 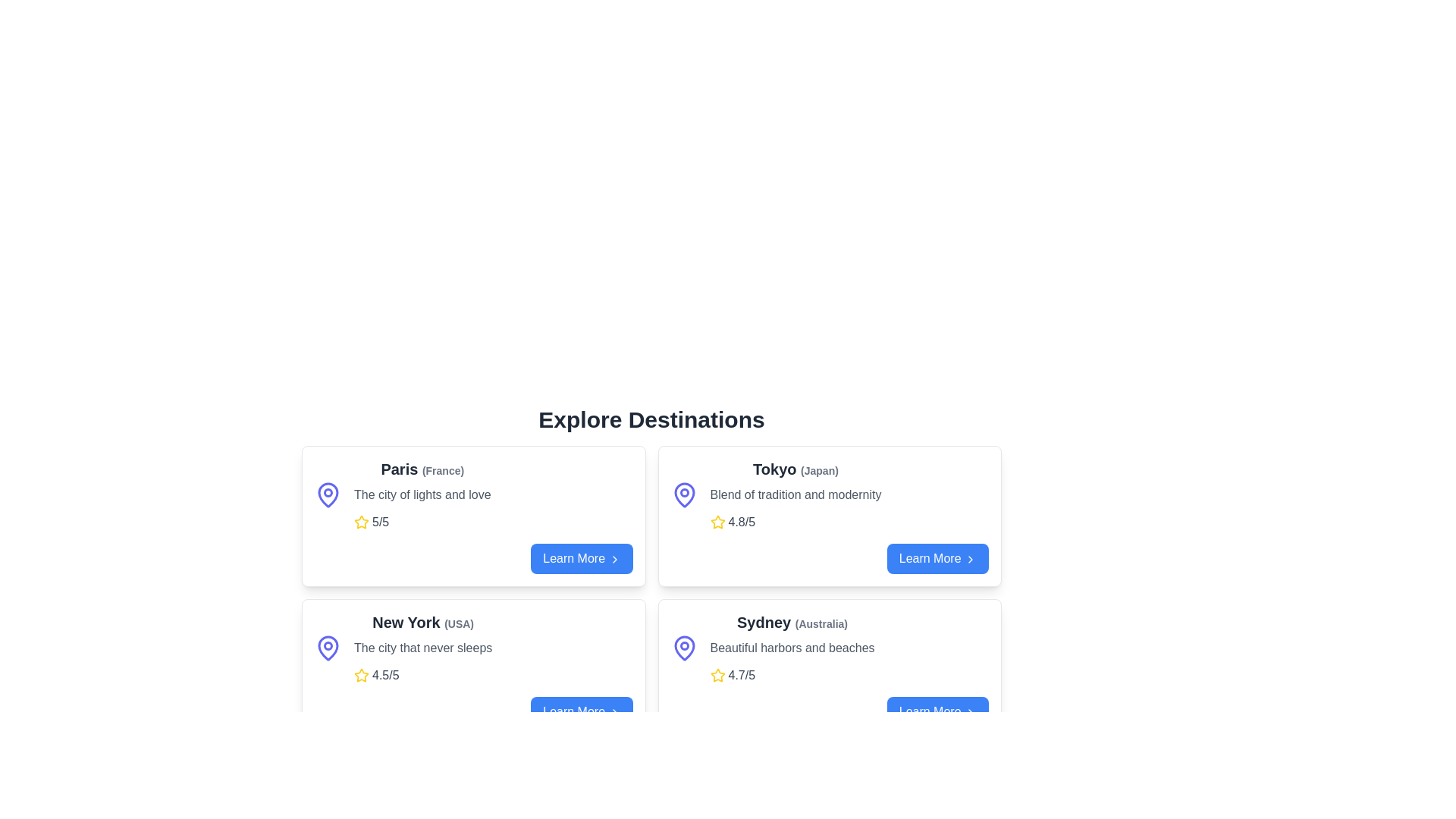 I want to click on the bolded text label 'Tokyo (Japan)' located in the top-right section of the grid to observe any interactive effects, so click(x=795, y=468).